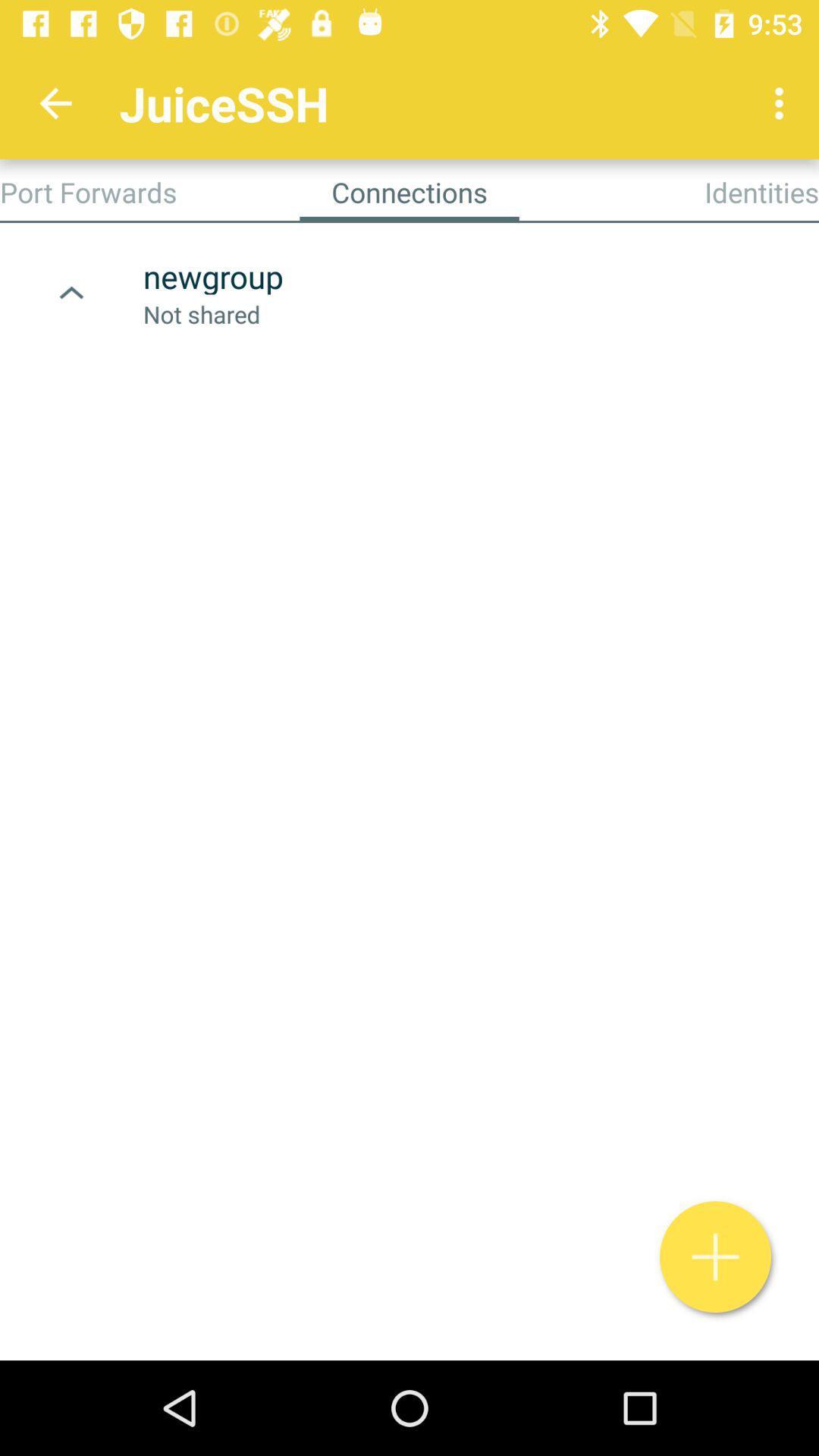 The image size is (819, 1456). Describe the element at coordinates (715, 1257) in the screenshot. I see `the icon below the identities` at that location.